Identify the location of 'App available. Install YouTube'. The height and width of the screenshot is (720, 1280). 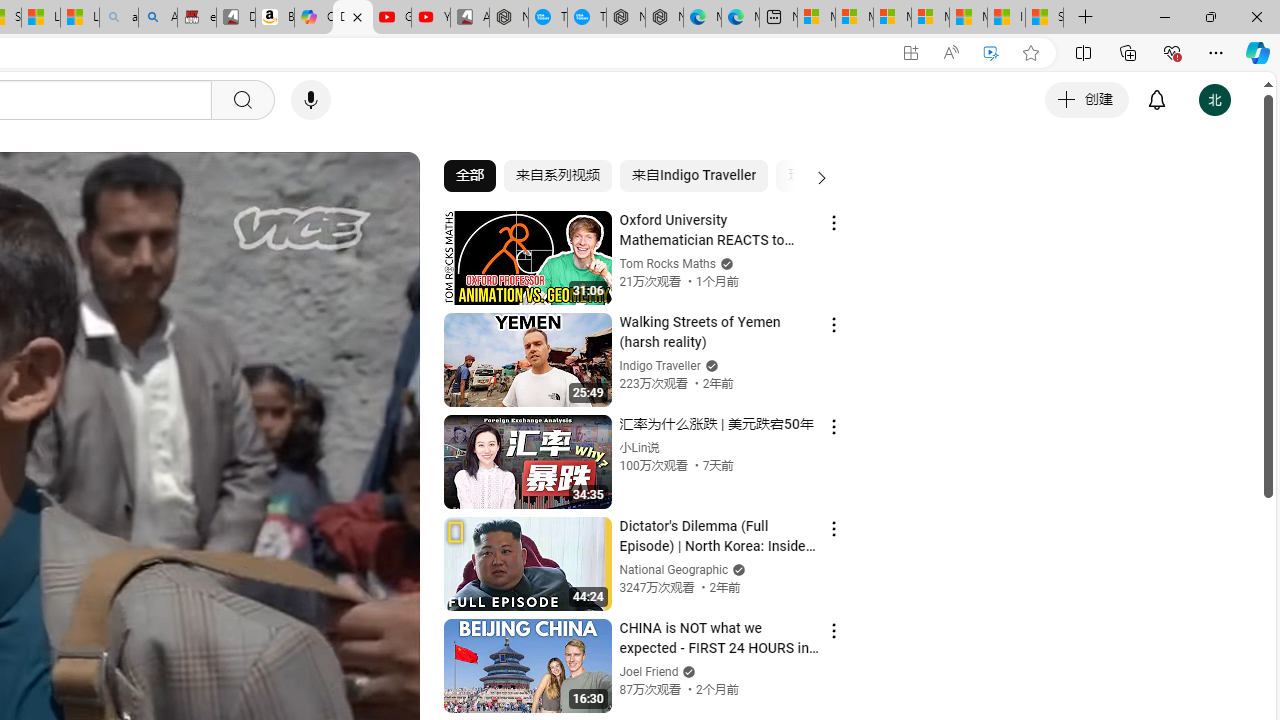
(909, 52).